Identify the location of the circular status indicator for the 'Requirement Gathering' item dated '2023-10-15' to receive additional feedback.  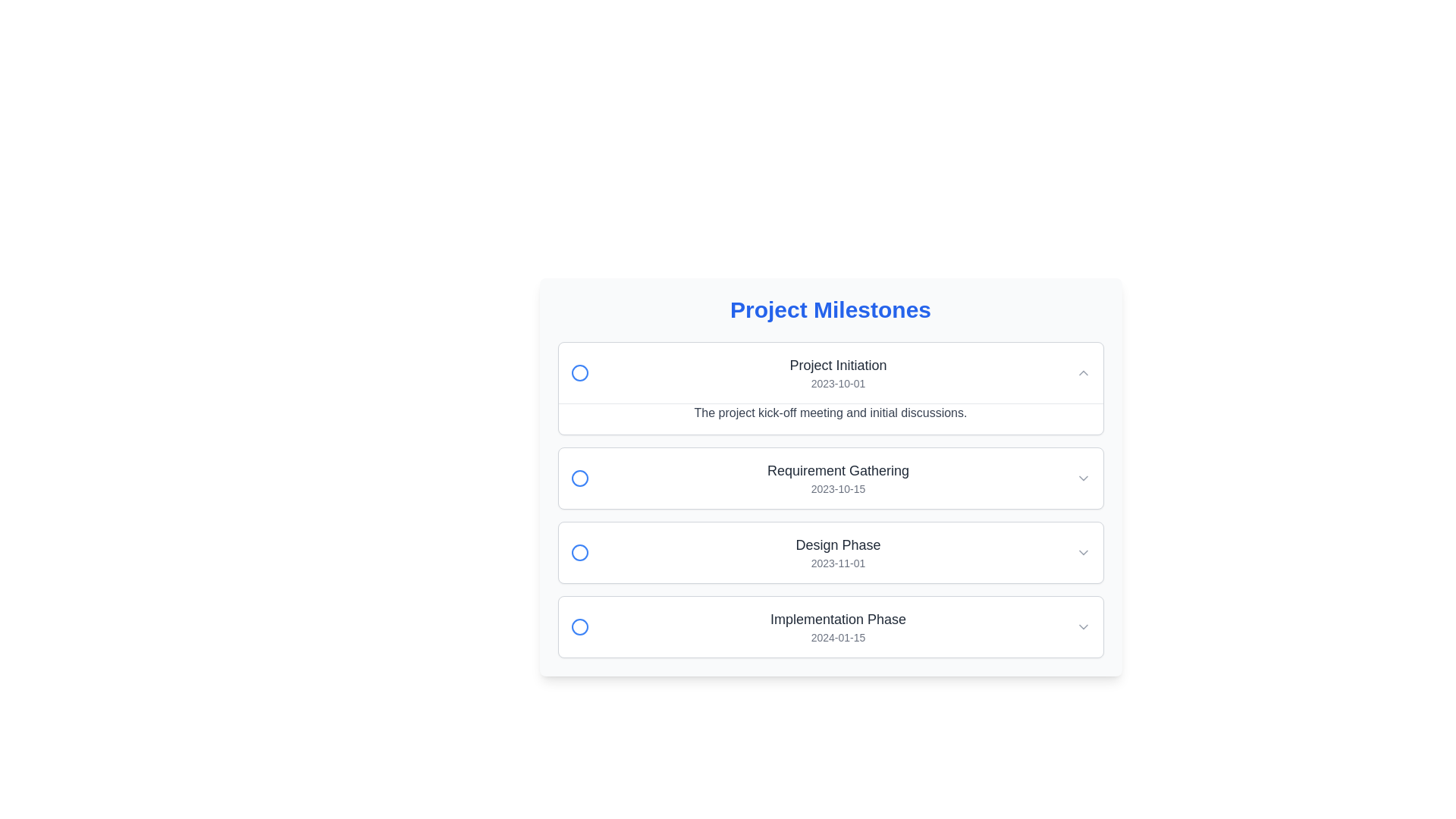
(579, 479).